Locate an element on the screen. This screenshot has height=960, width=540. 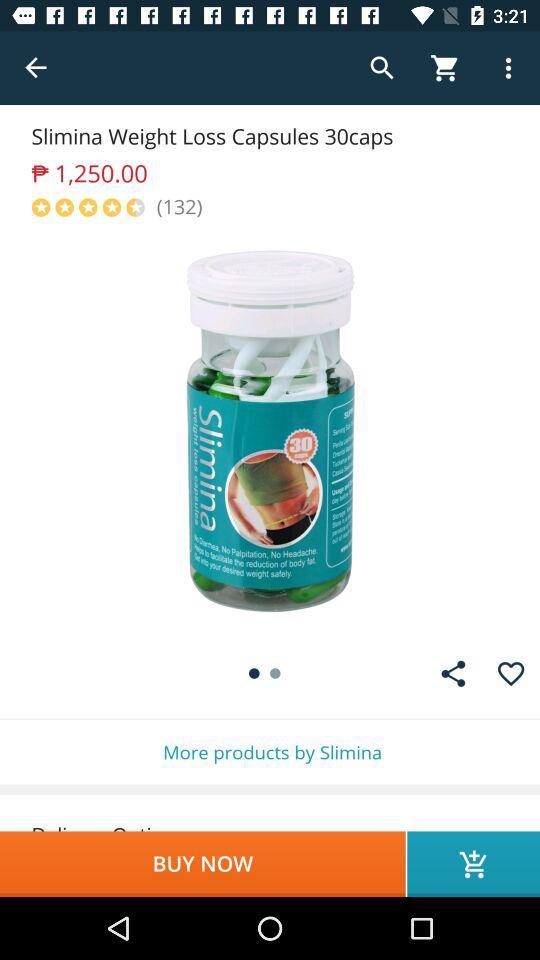
the share icon is located at coordinates (453, 673).